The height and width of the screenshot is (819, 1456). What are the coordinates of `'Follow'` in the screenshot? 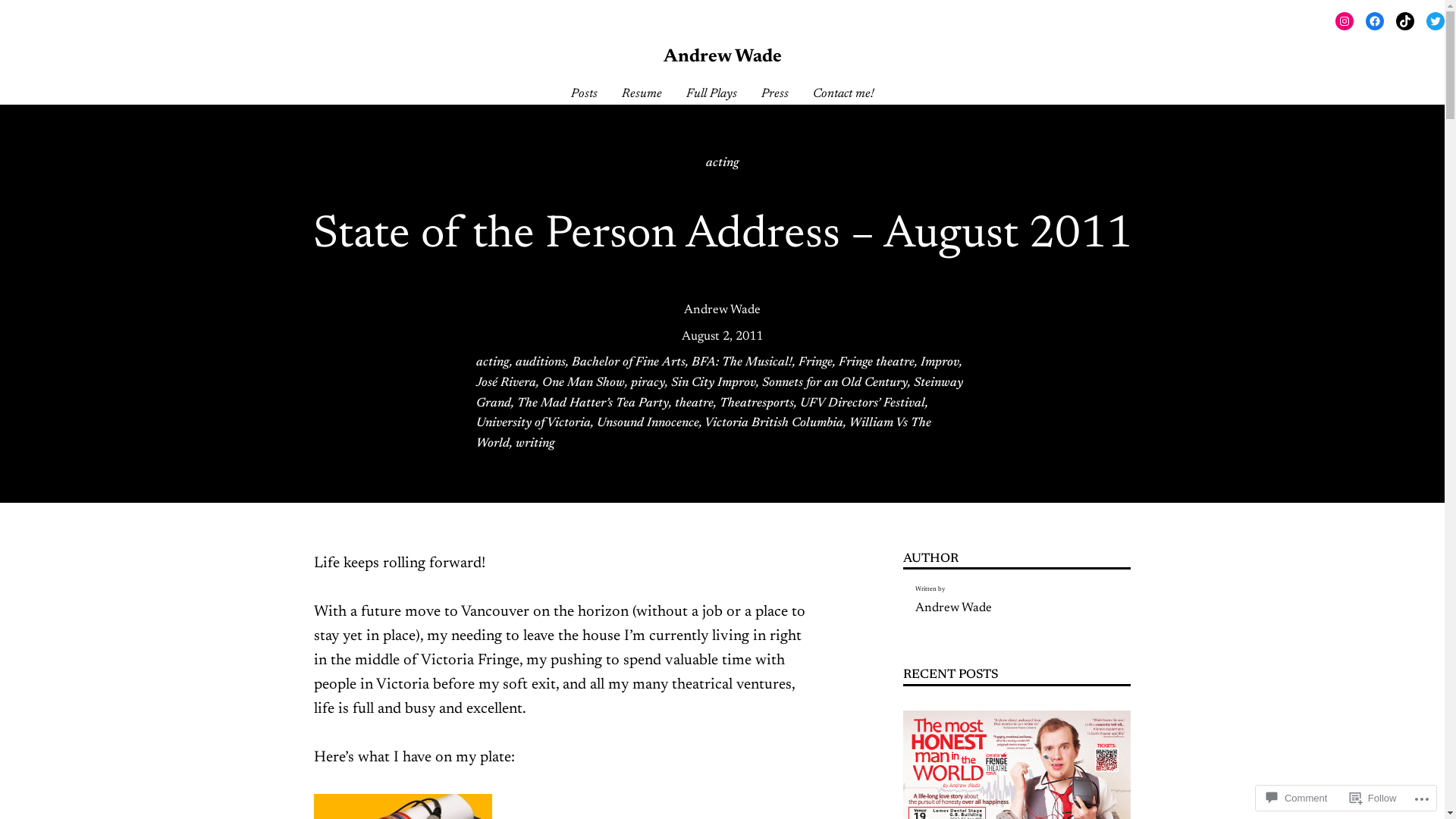 It's located at (1373, 797).